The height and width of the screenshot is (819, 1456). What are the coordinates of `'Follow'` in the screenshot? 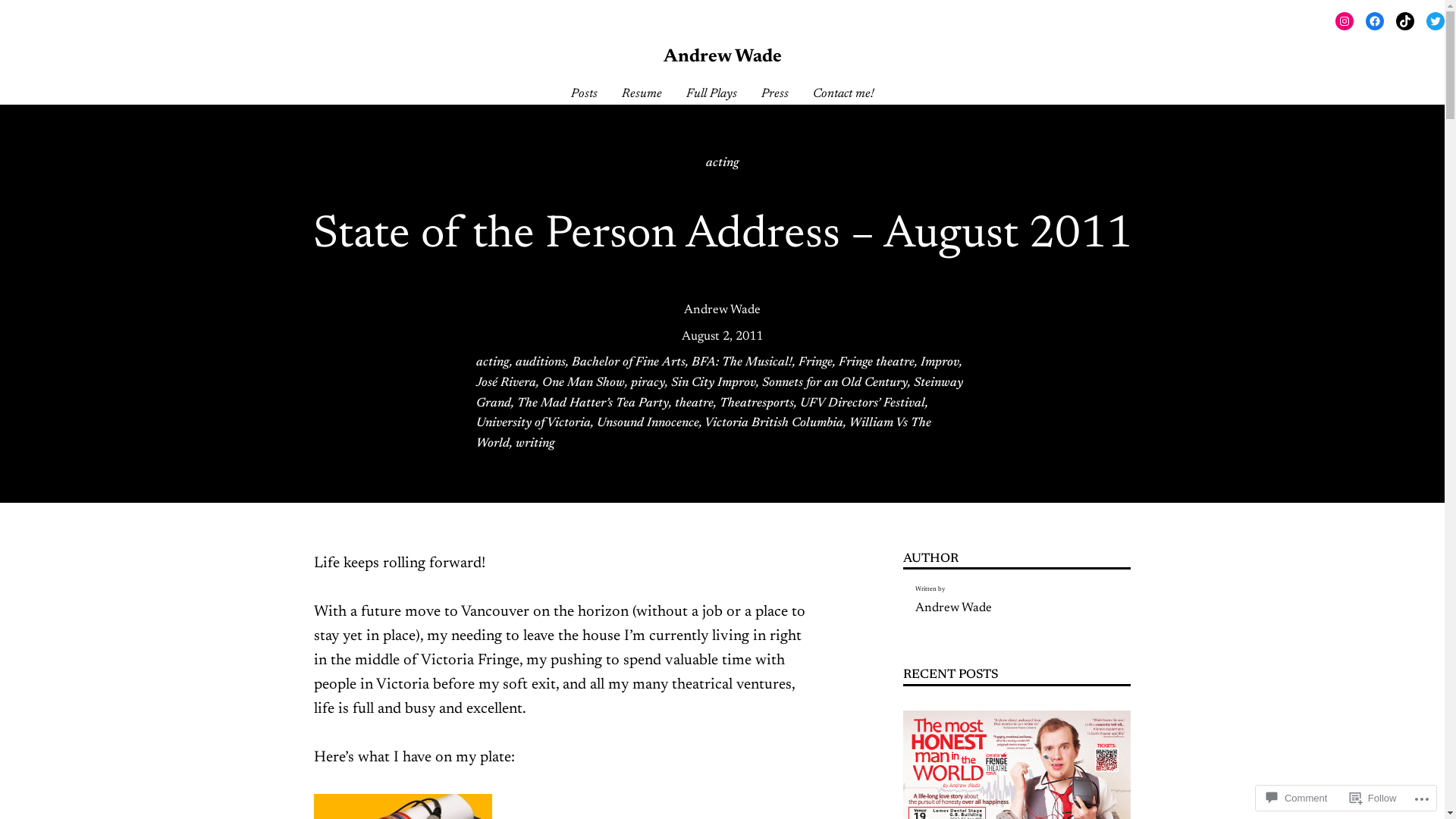 It's located at (1373, 797).